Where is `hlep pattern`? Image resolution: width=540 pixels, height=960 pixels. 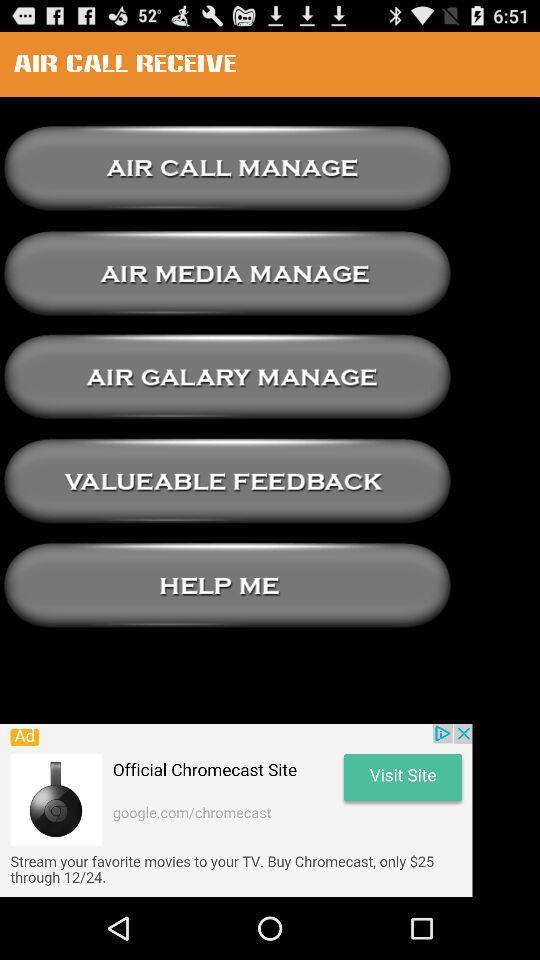
hlep pattern is located at coordinates (226, 585).